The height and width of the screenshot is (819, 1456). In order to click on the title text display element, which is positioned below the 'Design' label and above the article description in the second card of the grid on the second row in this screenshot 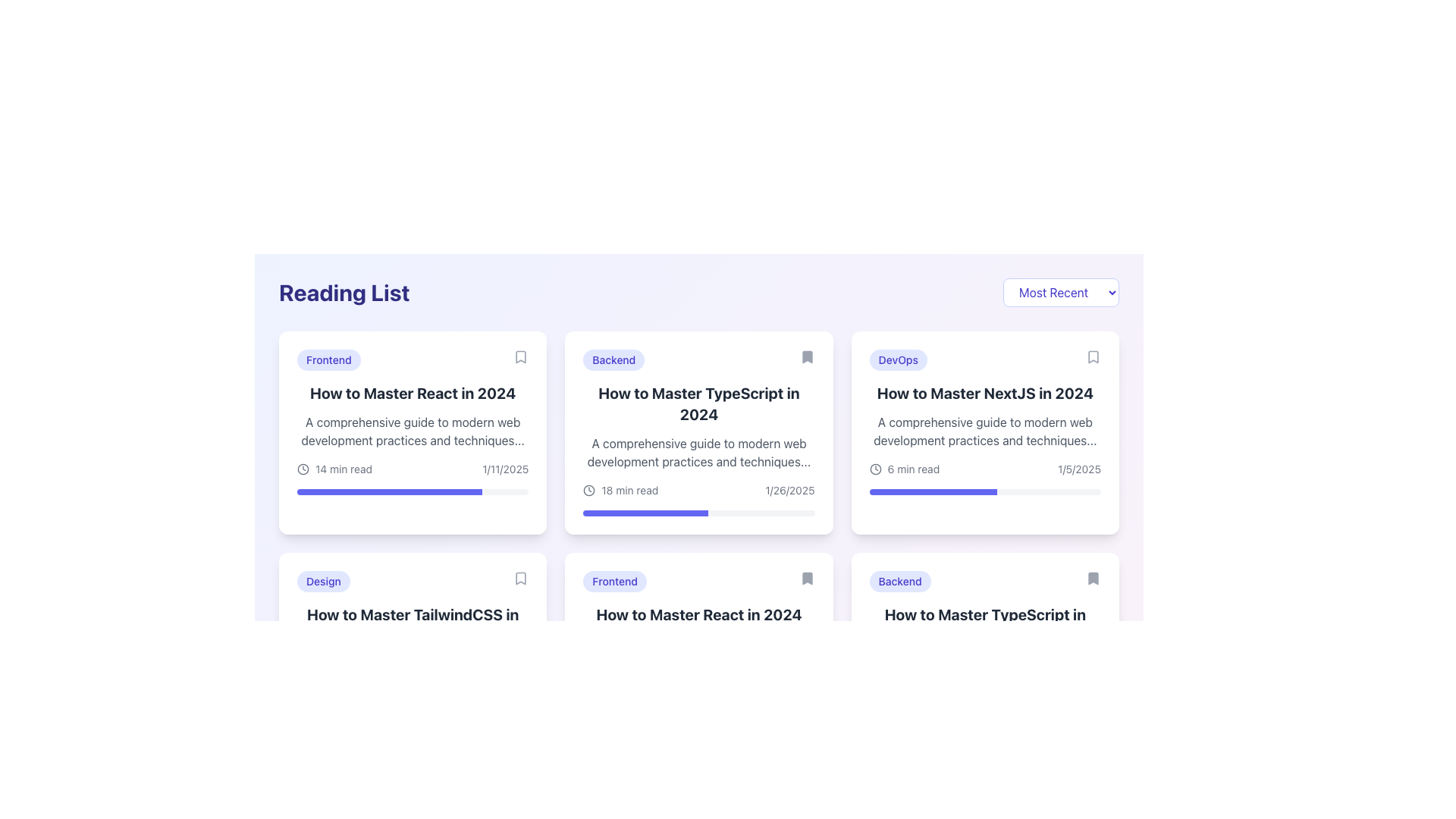, I will do `click(413, 626)`.